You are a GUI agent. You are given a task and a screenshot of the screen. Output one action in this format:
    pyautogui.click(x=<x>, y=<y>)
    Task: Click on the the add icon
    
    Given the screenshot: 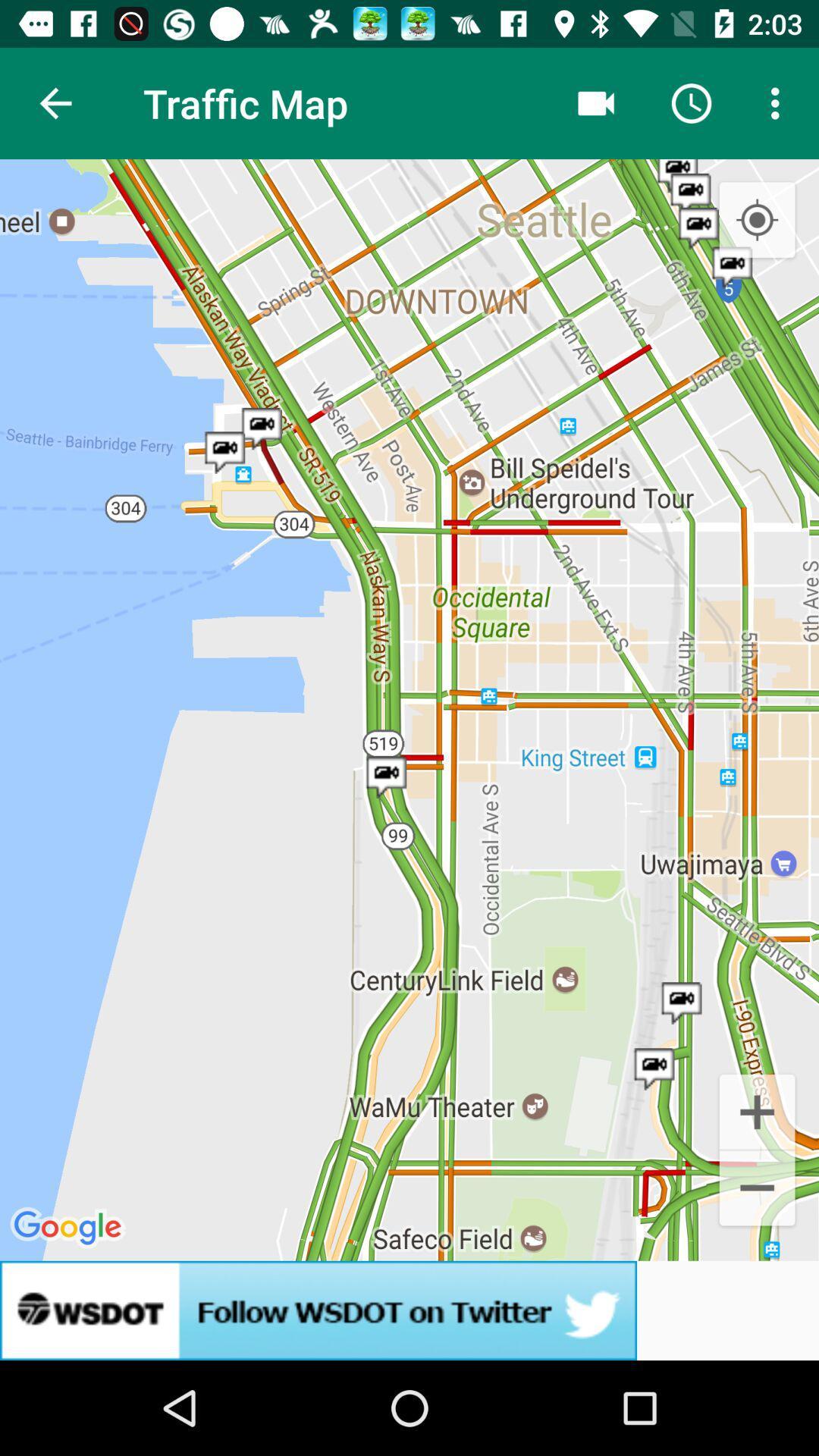 What is the action you would take?
    pyautogui.click(x=757, y=1110)
    